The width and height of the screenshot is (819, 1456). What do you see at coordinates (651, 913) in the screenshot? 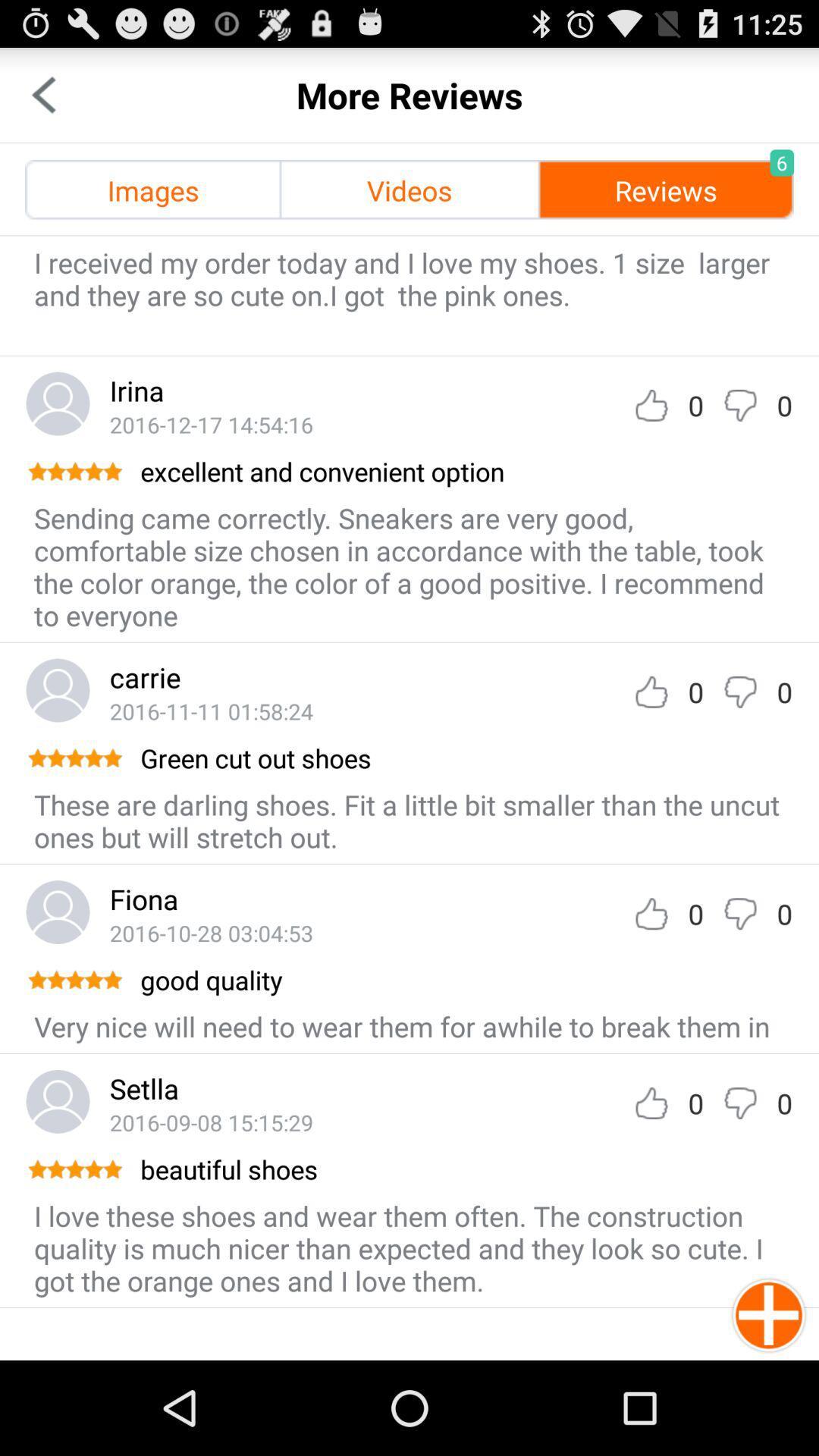
I see `like option` at bounding box center [651, 913].